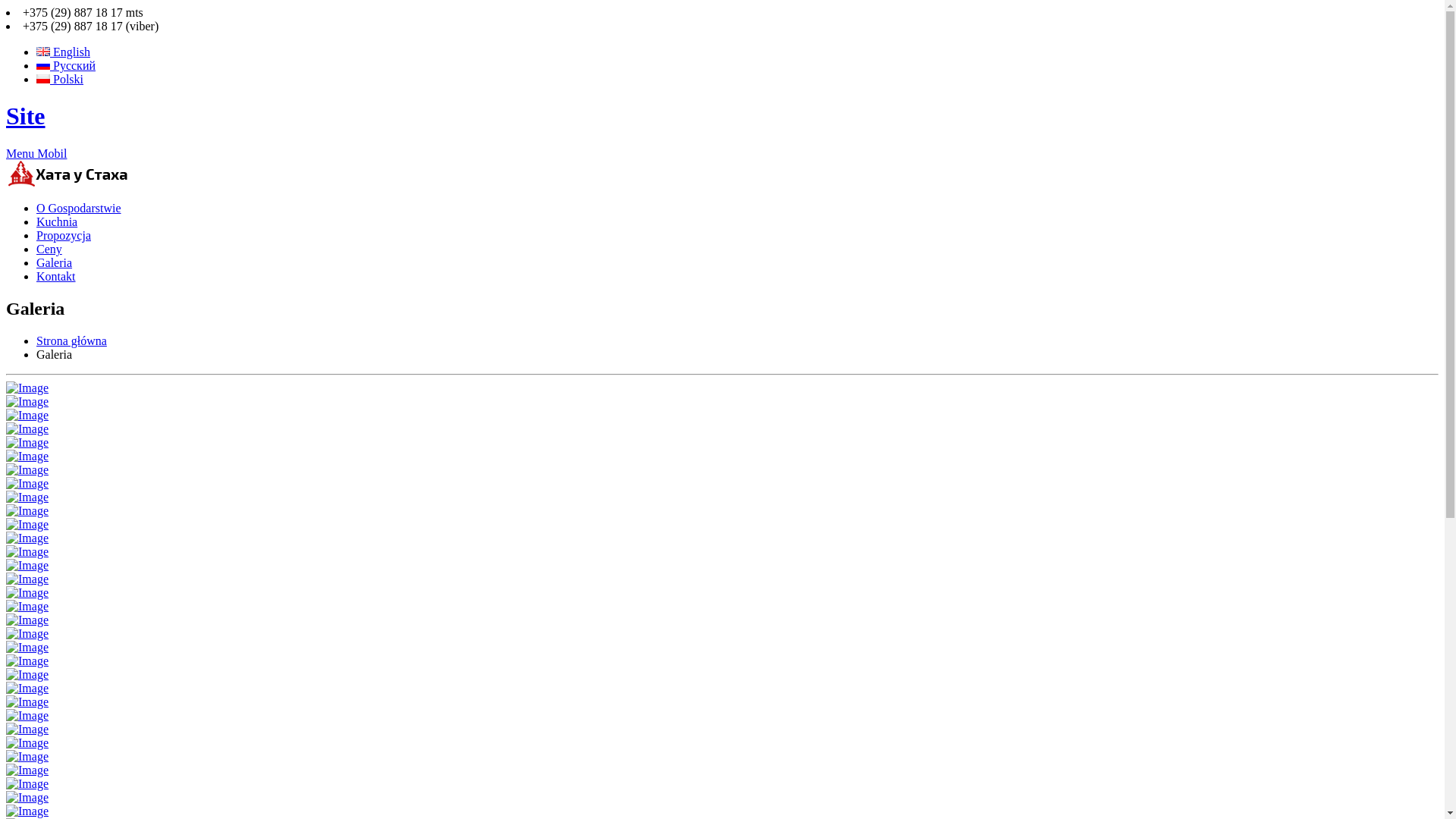 This screenshot has width=1456, height=819. What do you see at coordinates (54, 262) in the screenshot?
I see `'Galeria'` at bounding box center [54, 262].